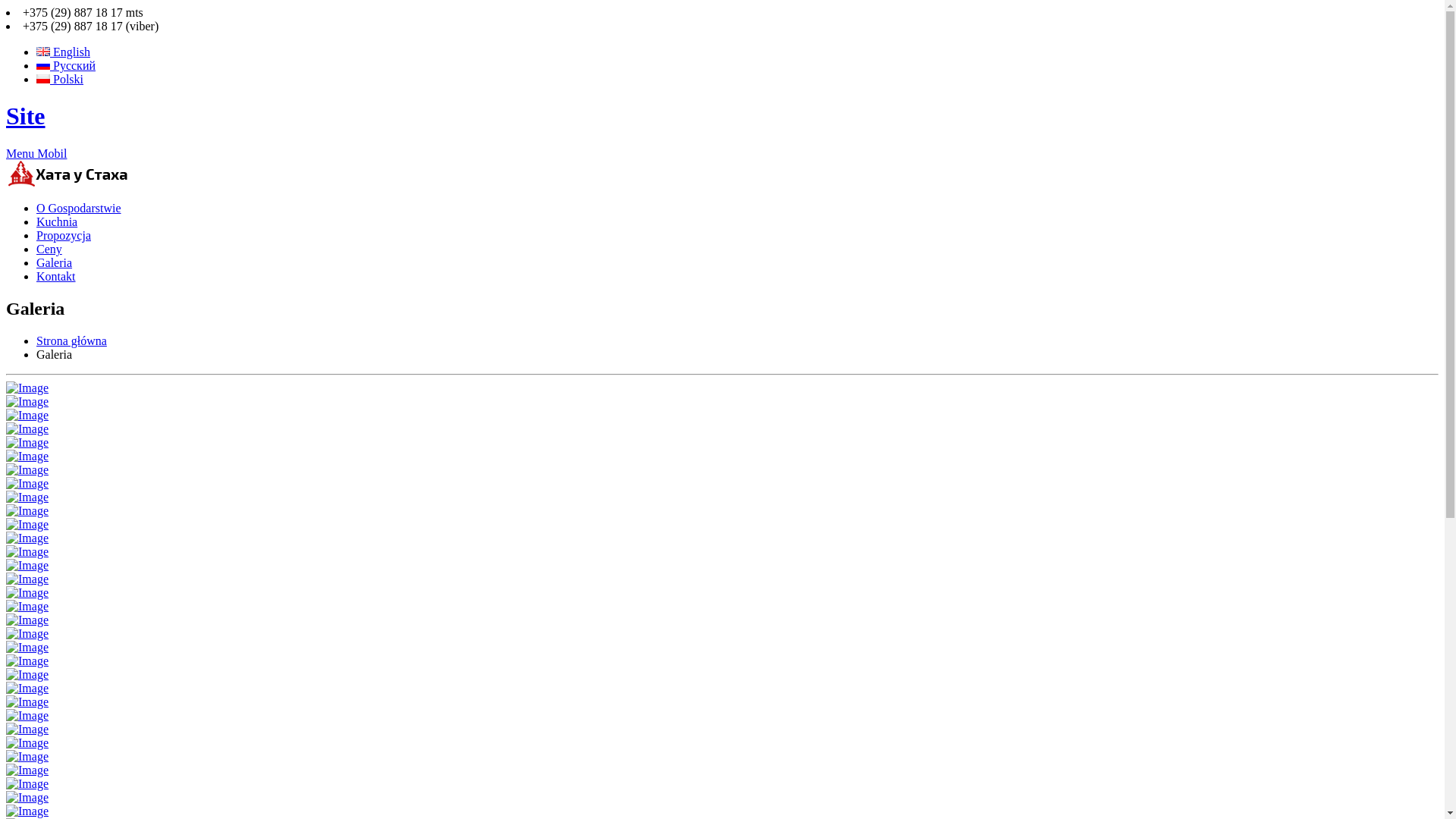 This screenshot has width=1456, height=819. What do you see at coordinates (54, 262) in the screenshot?
I see `'Galeria'` at bounding box center [54, 262].